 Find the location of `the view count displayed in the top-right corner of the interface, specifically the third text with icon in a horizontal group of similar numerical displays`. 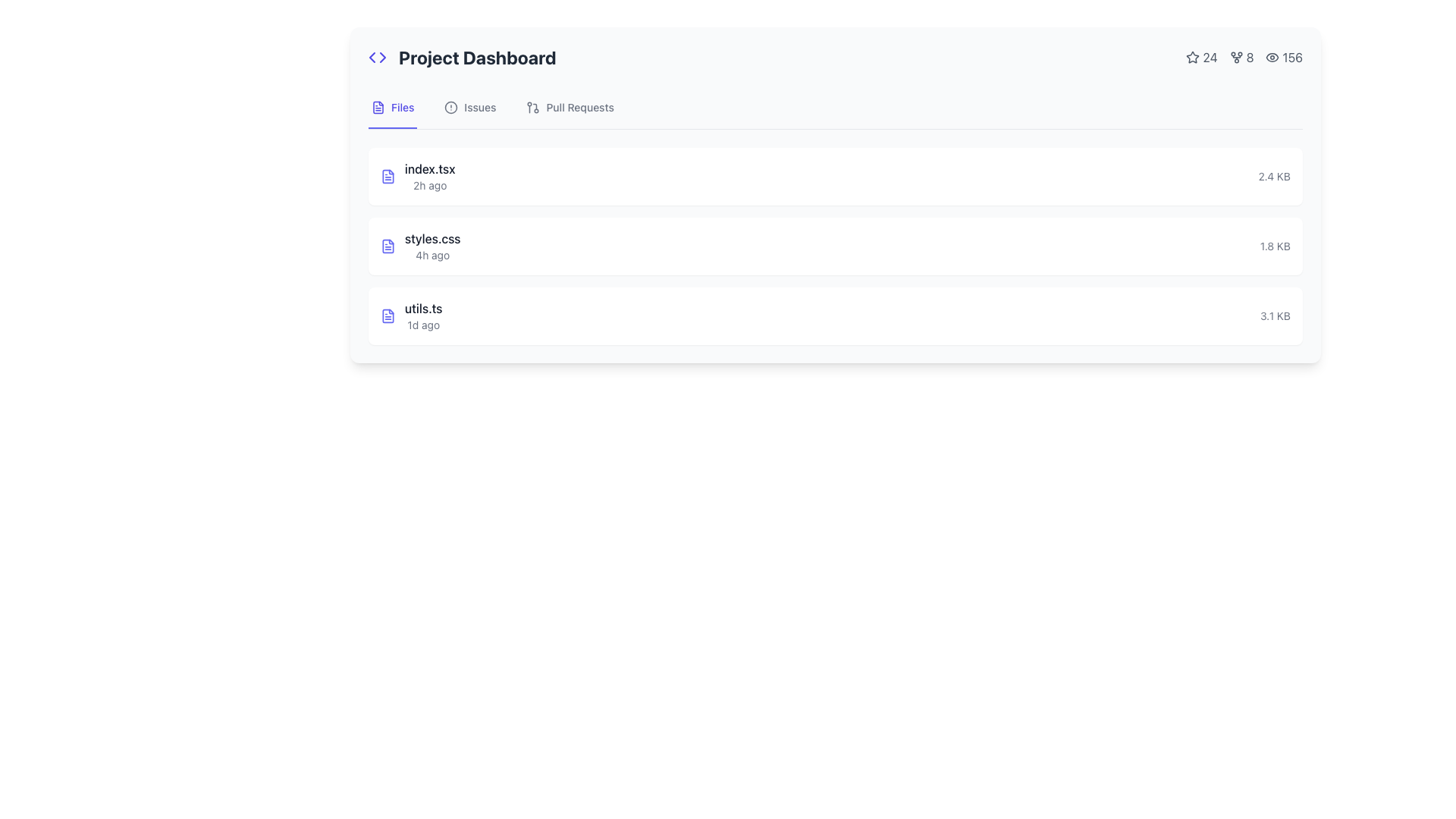

the view count displayed in the top-right corner of the interface, specifically the third text with icon in a horizontal group of similar numerical displays is located at coordinates (1283, 57).